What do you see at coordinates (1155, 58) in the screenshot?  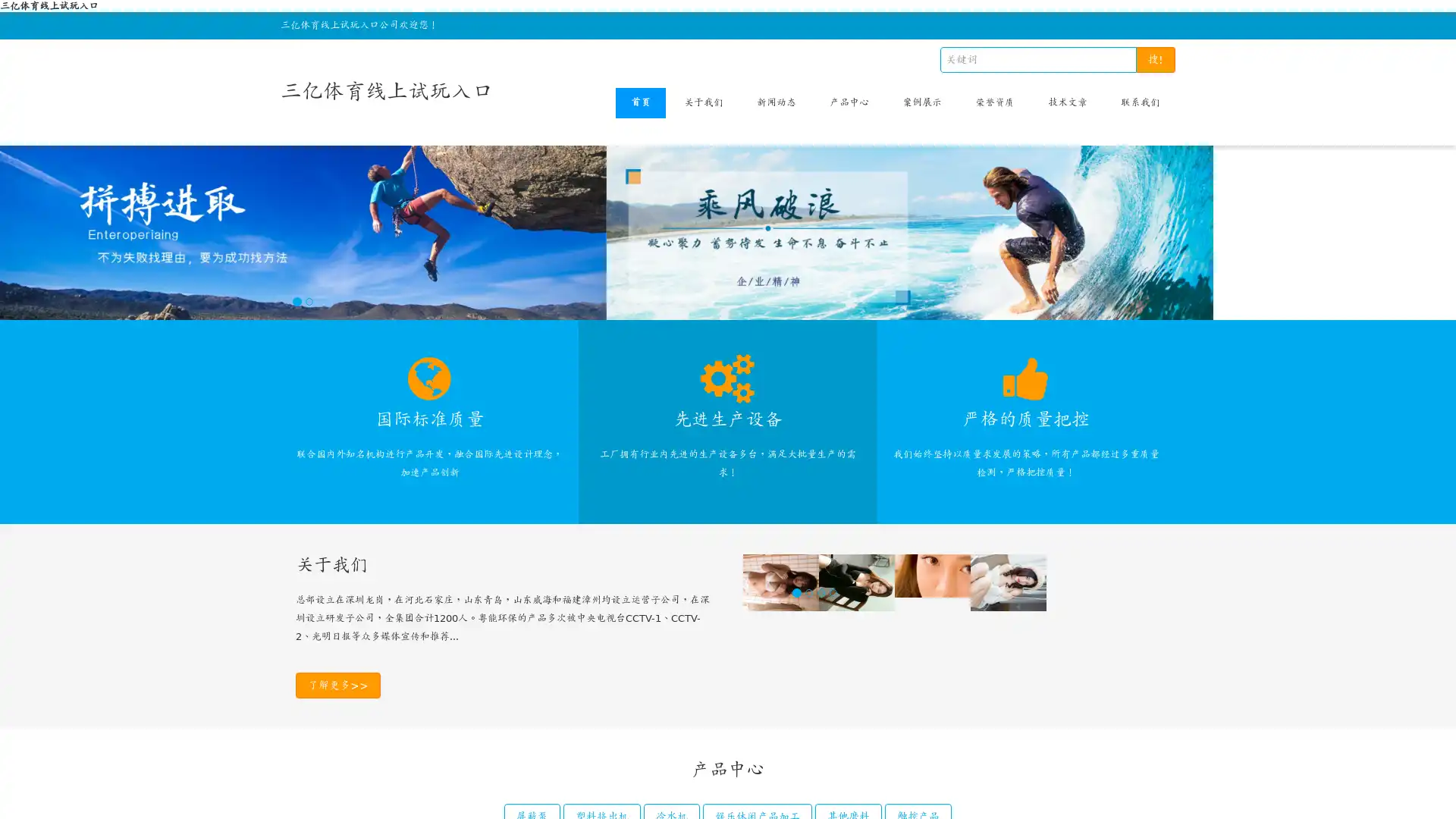 I see `!` at bounding box center [1155, 58].